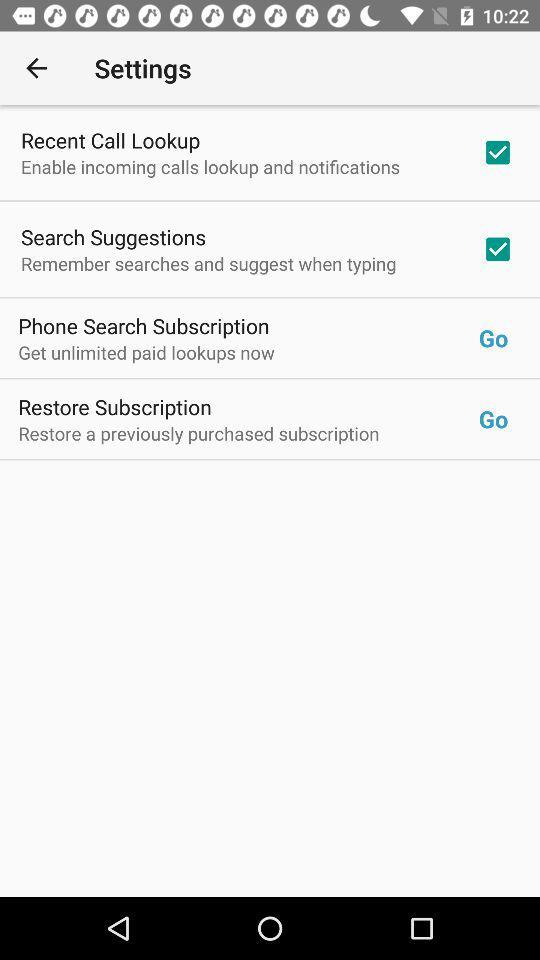 The height and width of the screenshot is (960, 540). What do you see at coordinates (207, 262) in the screenshot?
I see `the remember searches and icon` at bounding box center [207, 262].